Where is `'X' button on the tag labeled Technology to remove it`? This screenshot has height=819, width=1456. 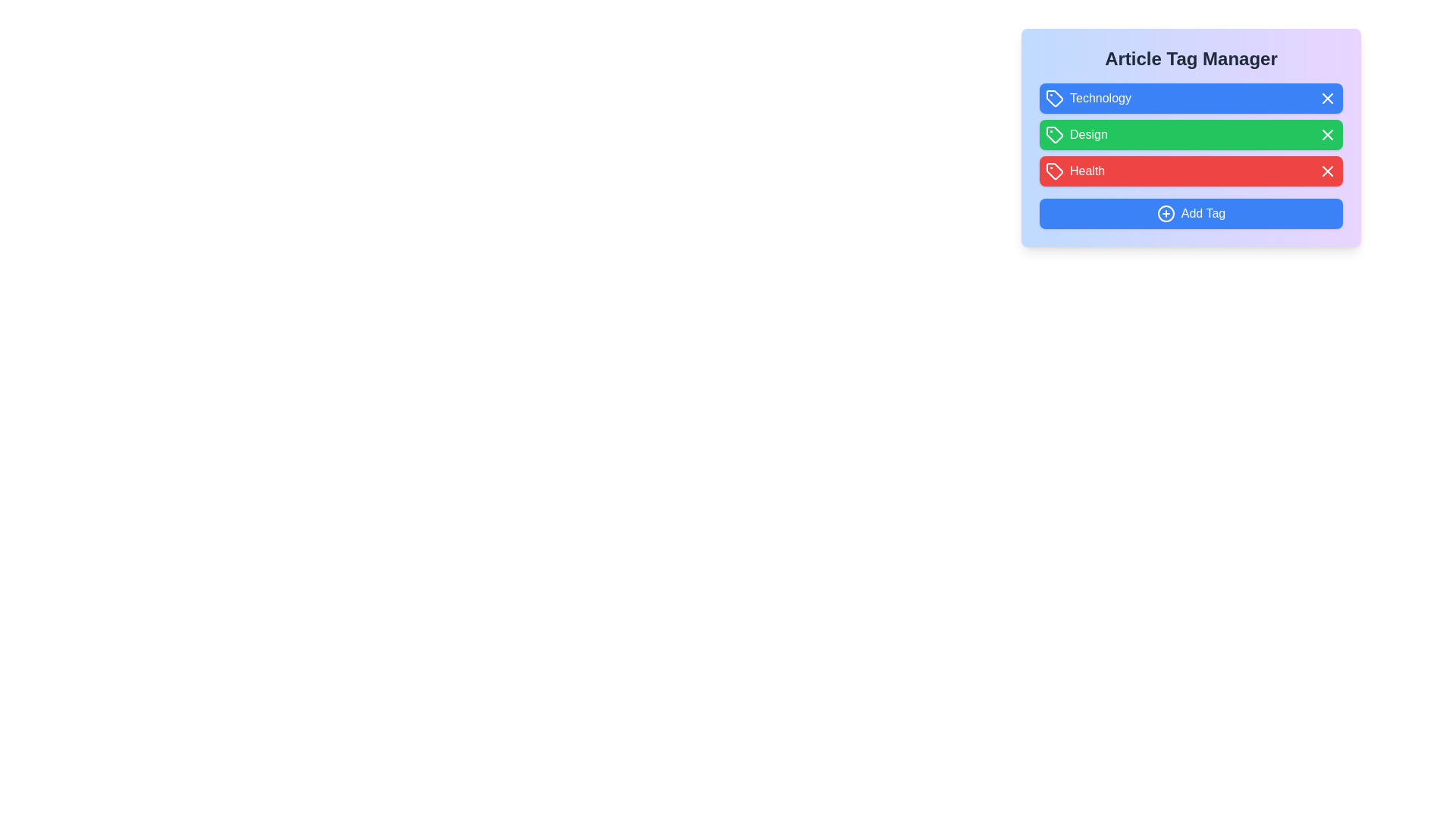
'X' button on the tag labeled Technology to remove it is located at coordinates (1327, 99).